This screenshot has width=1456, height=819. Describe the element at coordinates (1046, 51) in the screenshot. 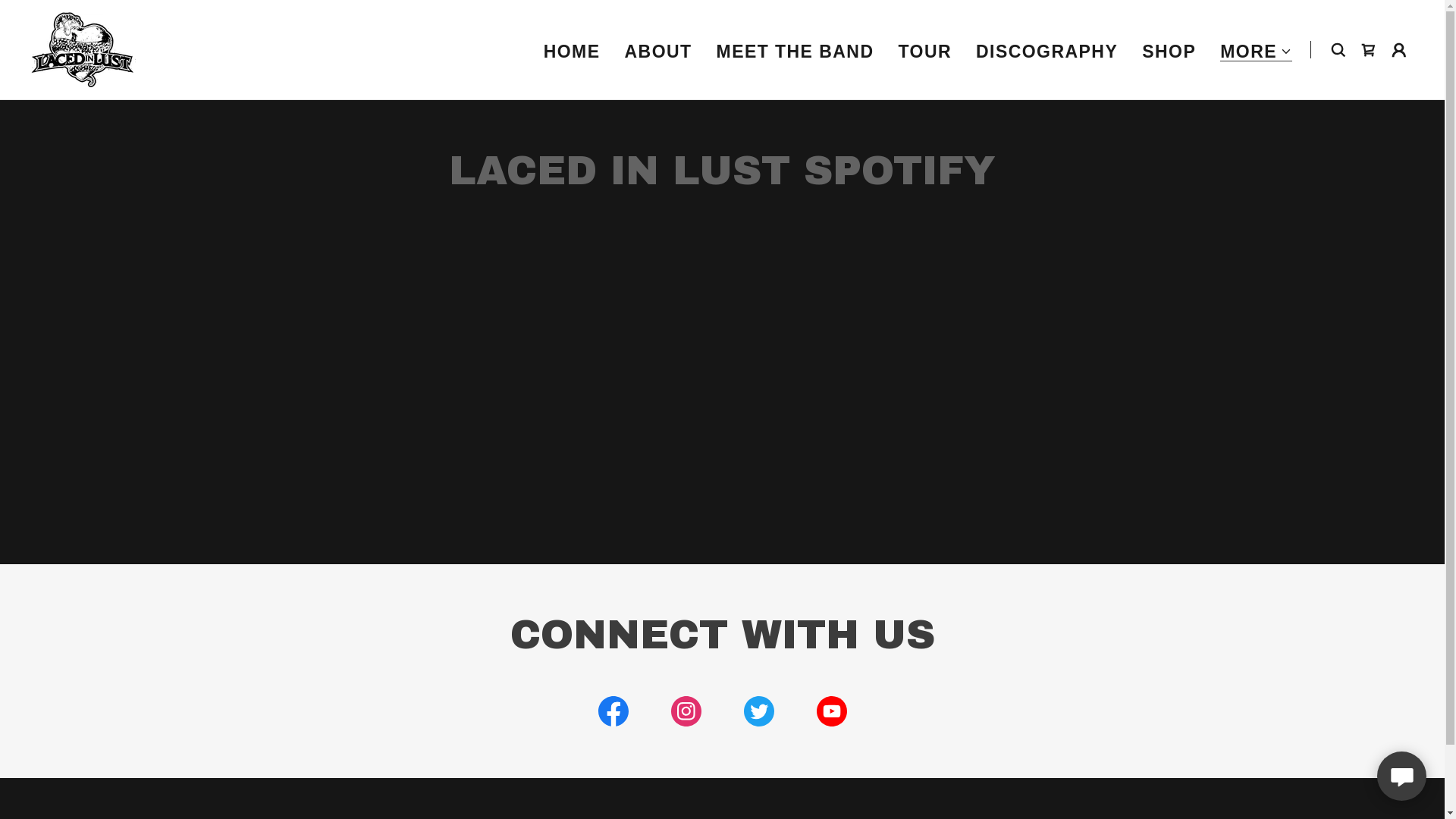

I see `'DISCOGRAPHY'` at that location.